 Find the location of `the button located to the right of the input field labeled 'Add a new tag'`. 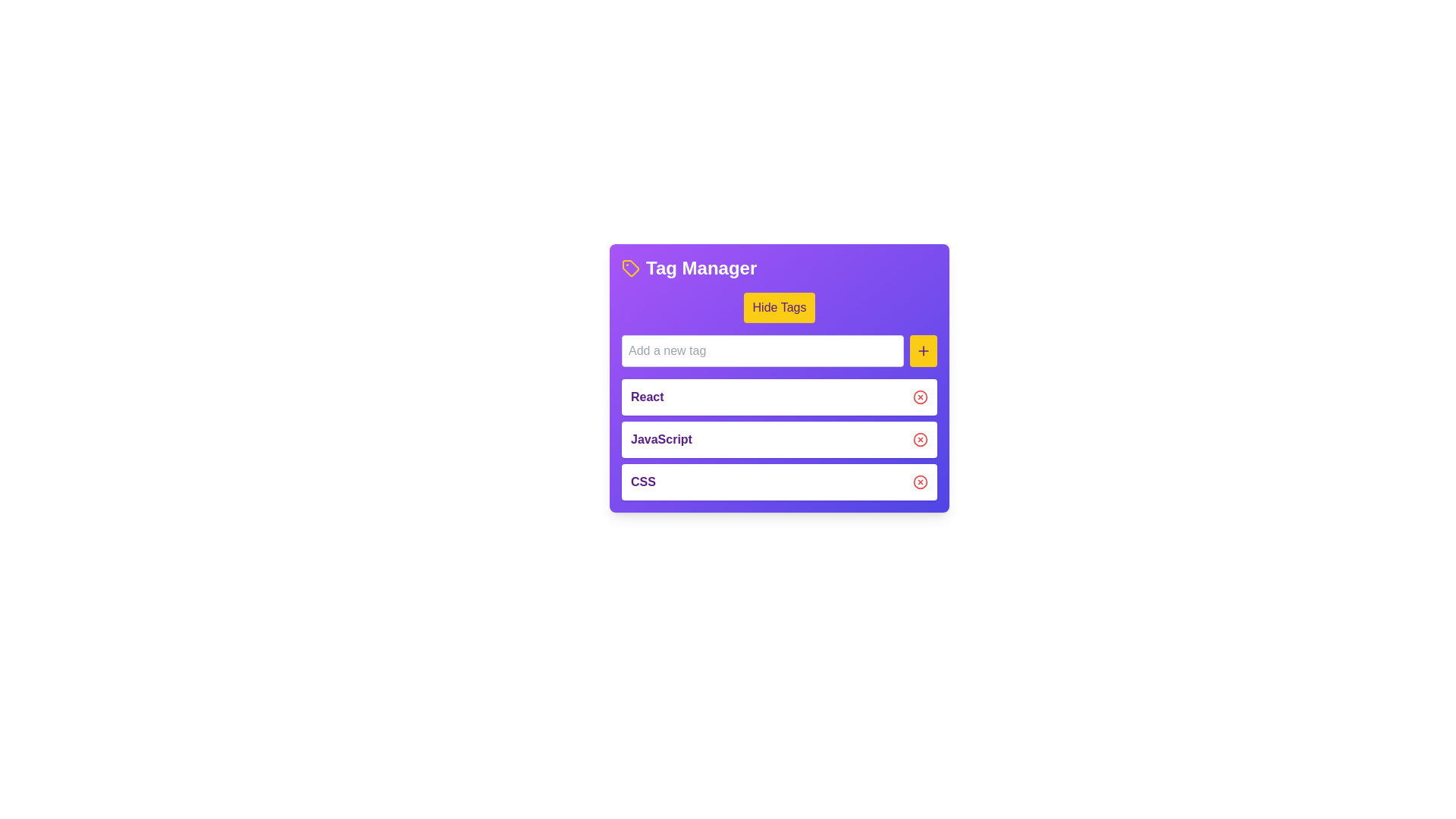

the button located to the right of the input field labeled 'Add a new tag' is located at coordinates (923, 350).